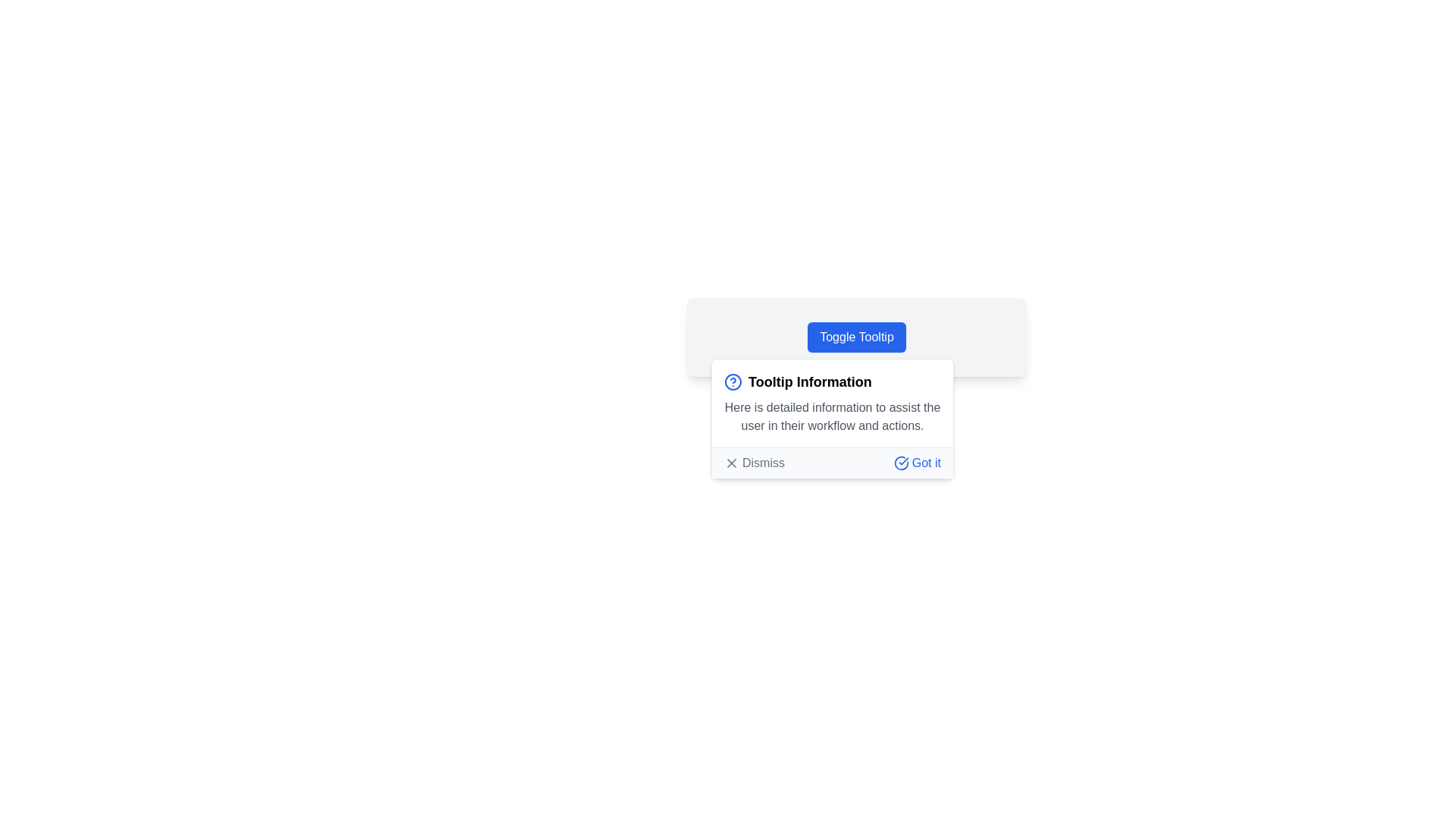 Image resolution: width=1456 pixels, height=819 pixels. What do you see at coordinates (731, 462) in the screenshot?
I see `the dismiss icon represented by an 'X' symbol located in the lower-left corner of the tooltip popup` at bounding box center [731, 462].